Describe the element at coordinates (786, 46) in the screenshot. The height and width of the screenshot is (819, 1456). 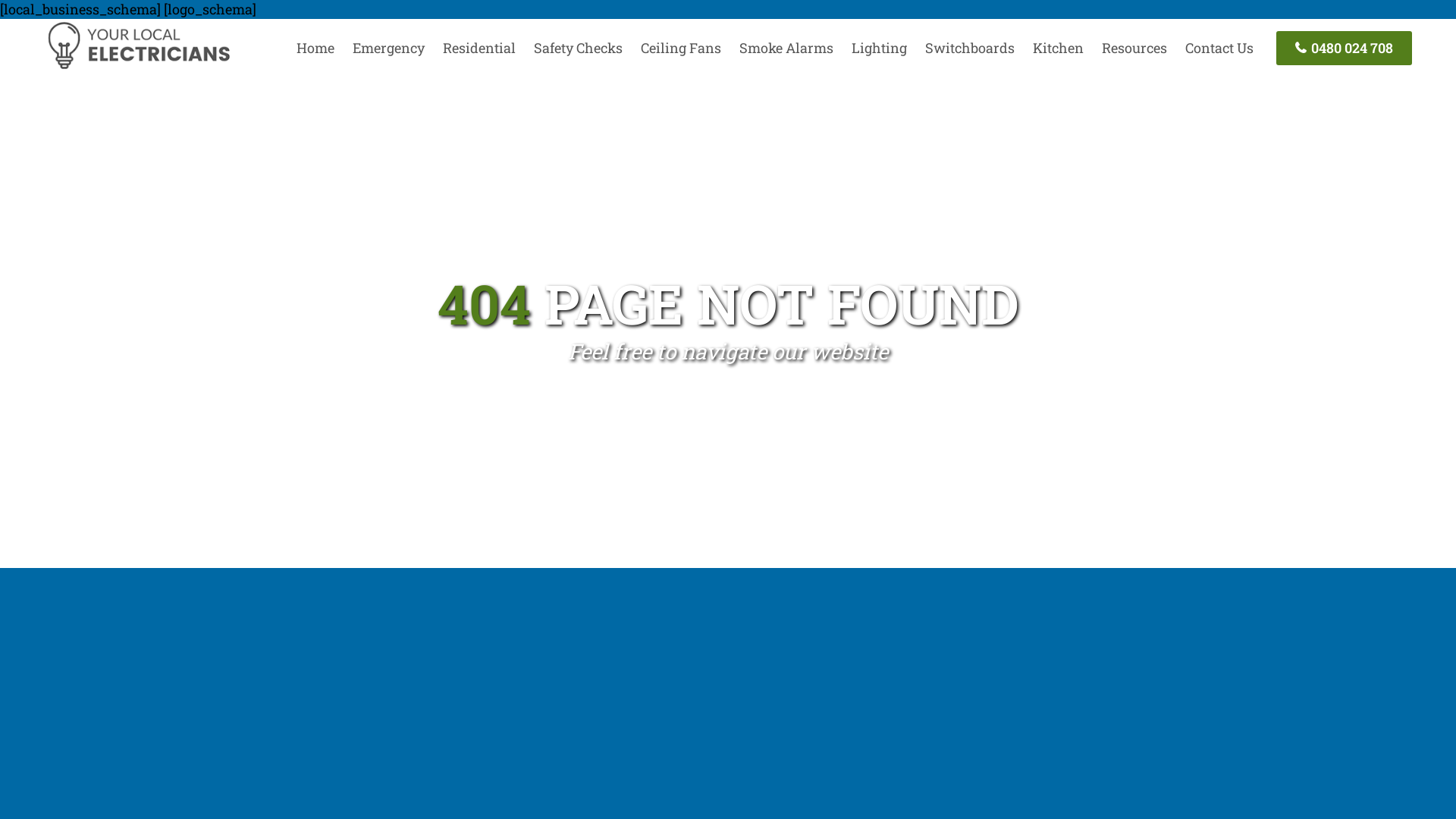
I see `'Smoke Alarms'` at that location.